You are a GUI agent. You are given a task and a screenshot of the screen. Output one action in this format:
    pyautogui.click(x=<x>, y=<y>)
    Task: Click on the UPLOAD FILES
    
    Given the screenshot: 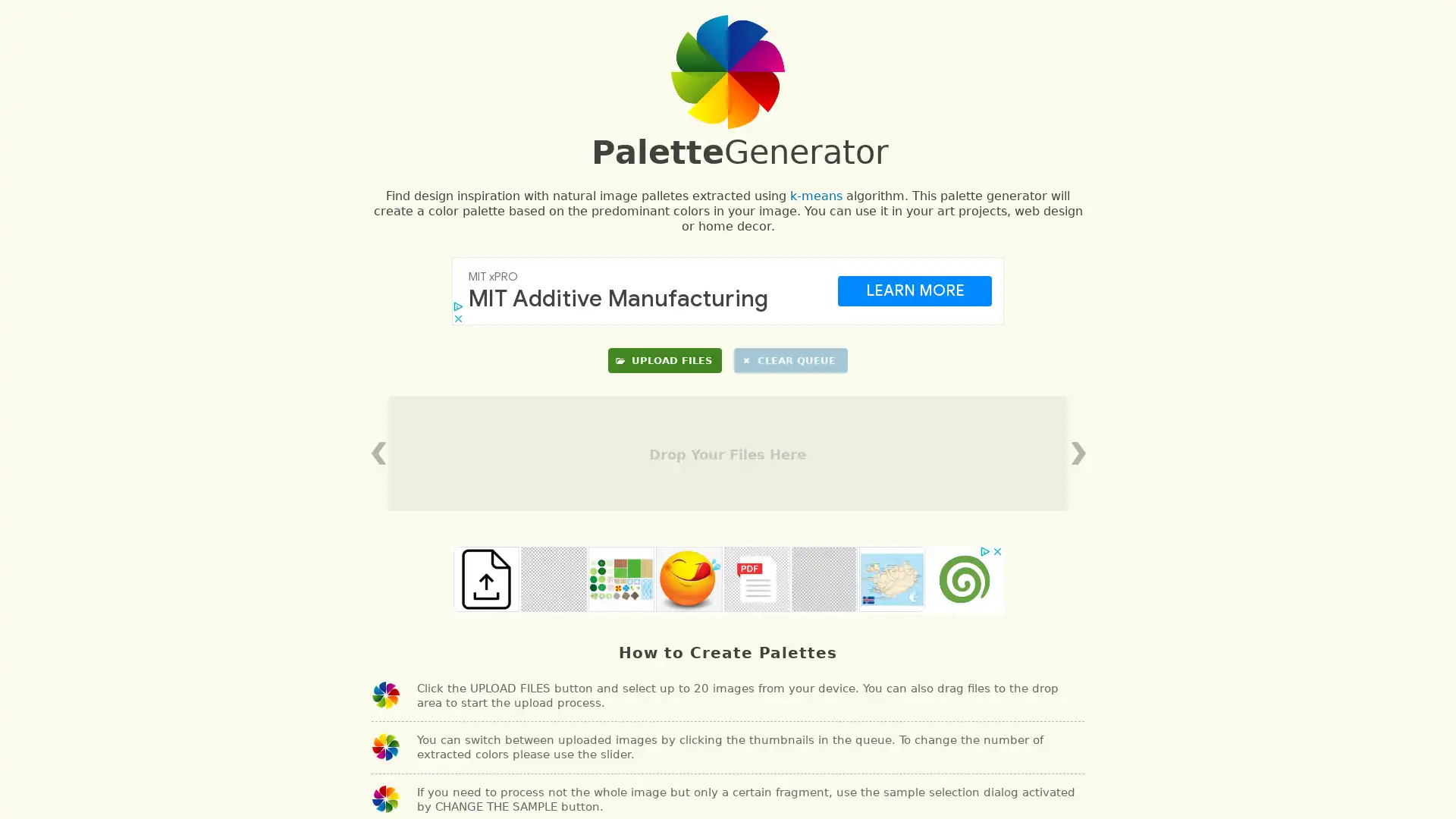 What is the action you would take?
    pyautogui.click(x=665, y=359)
    